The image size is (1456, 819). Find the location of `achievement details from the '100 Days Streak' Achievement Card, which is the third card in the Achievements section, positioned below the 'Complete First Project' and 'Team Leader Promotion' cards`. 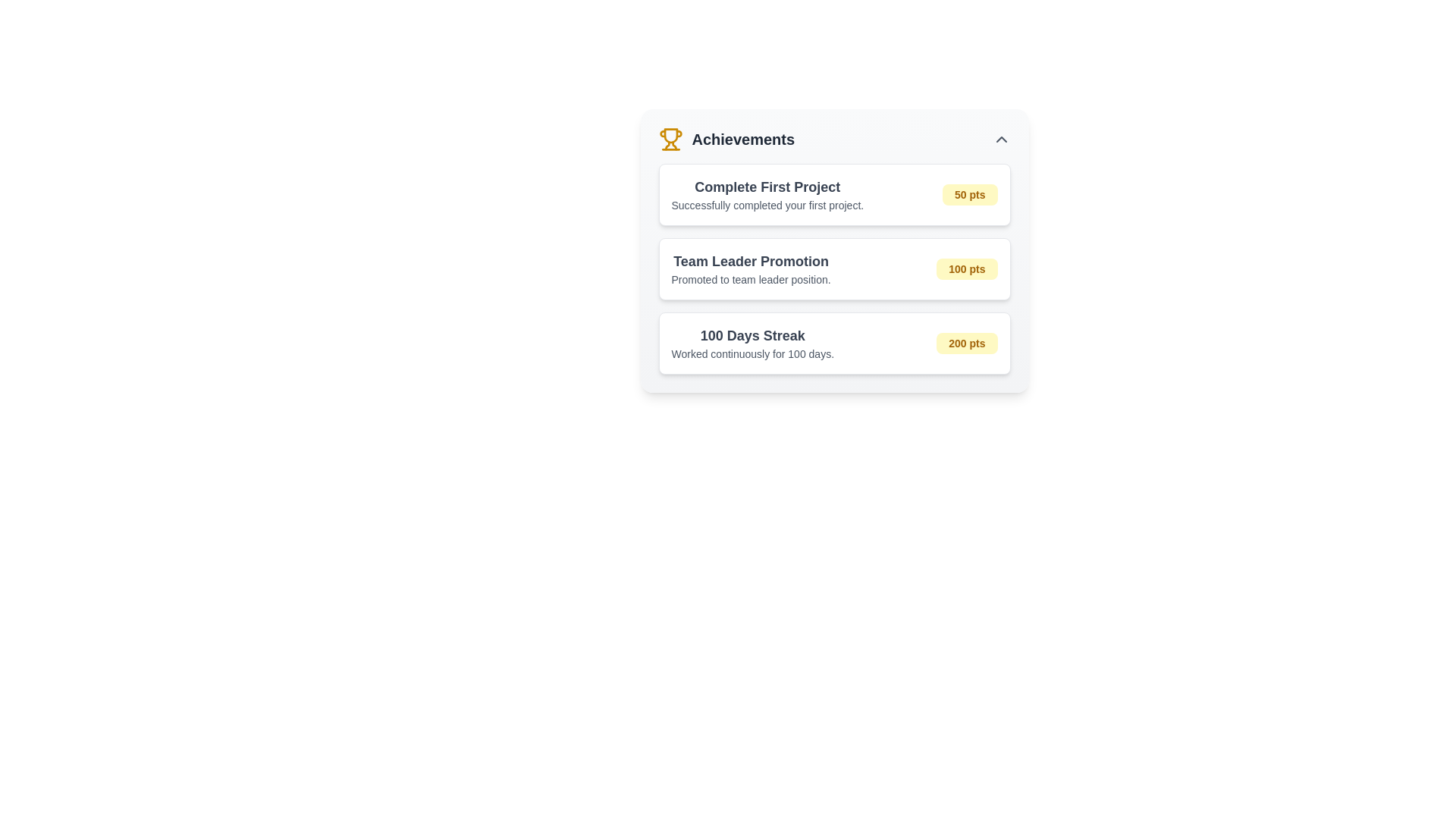

achievement details from the '100 Days Streak' Achievement Card, which is the third card in the Achievements section, positioned below the 'Complete First Project' and 'Team Leader Promotion' cards is located at coordinates (833, 343).